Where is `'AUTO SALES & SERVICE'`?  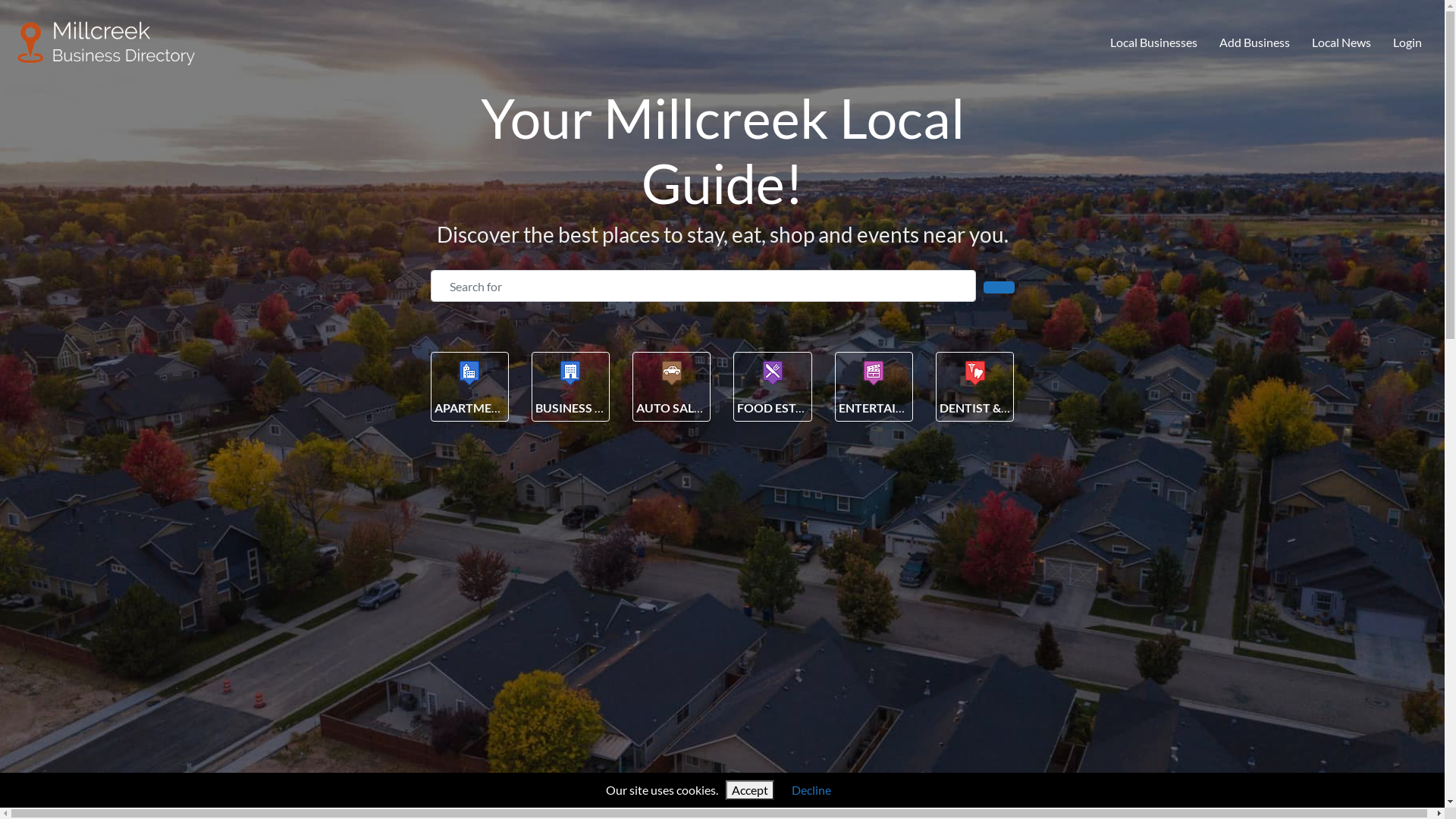
'AUTO SALES & SERVICE' is located at coordinates (701, 406).